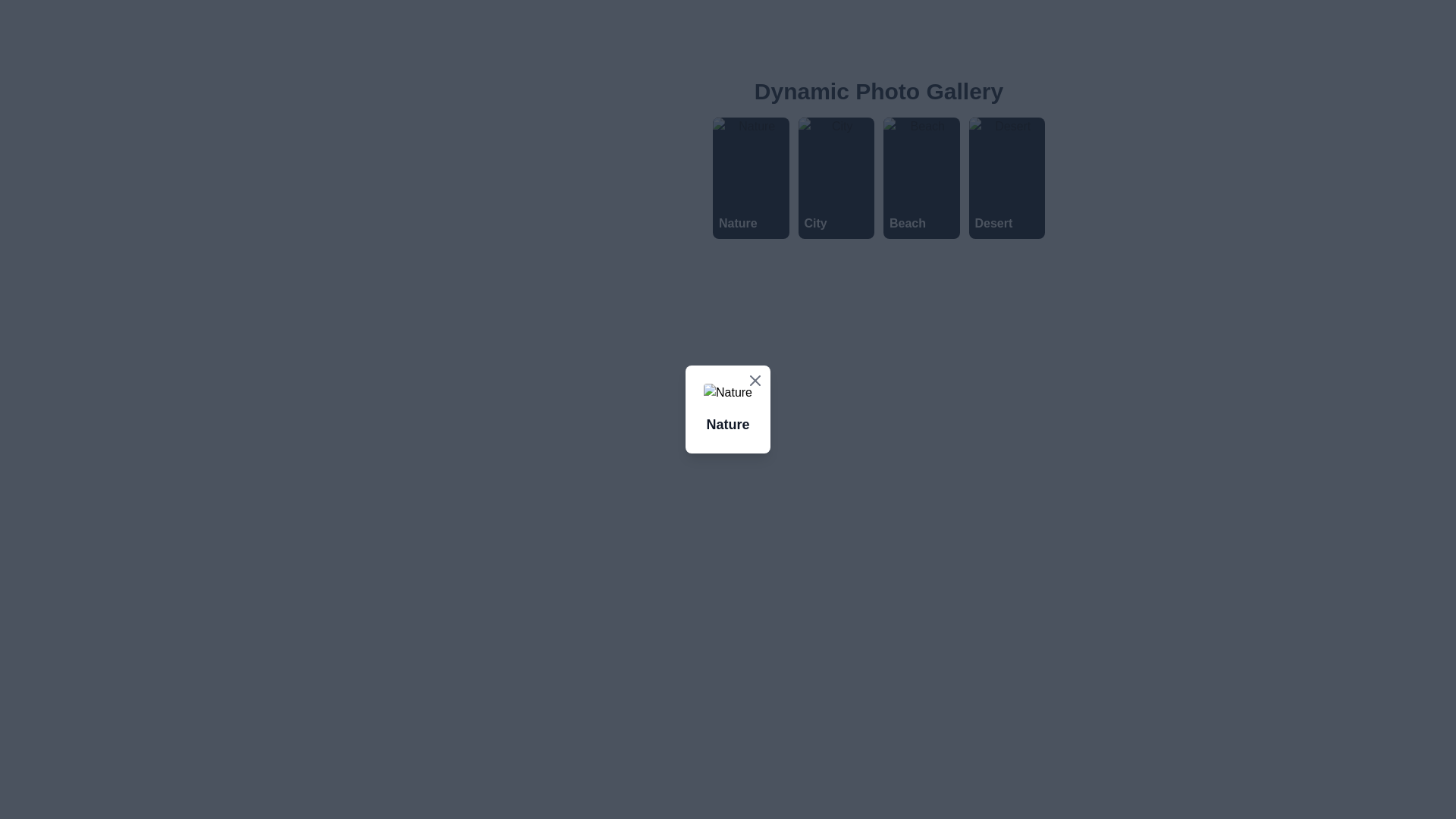 This screenshot has height=819, width=1456. I want to click on the close button located in the top-right corner of the 'Nature' card, so click(755, 379).